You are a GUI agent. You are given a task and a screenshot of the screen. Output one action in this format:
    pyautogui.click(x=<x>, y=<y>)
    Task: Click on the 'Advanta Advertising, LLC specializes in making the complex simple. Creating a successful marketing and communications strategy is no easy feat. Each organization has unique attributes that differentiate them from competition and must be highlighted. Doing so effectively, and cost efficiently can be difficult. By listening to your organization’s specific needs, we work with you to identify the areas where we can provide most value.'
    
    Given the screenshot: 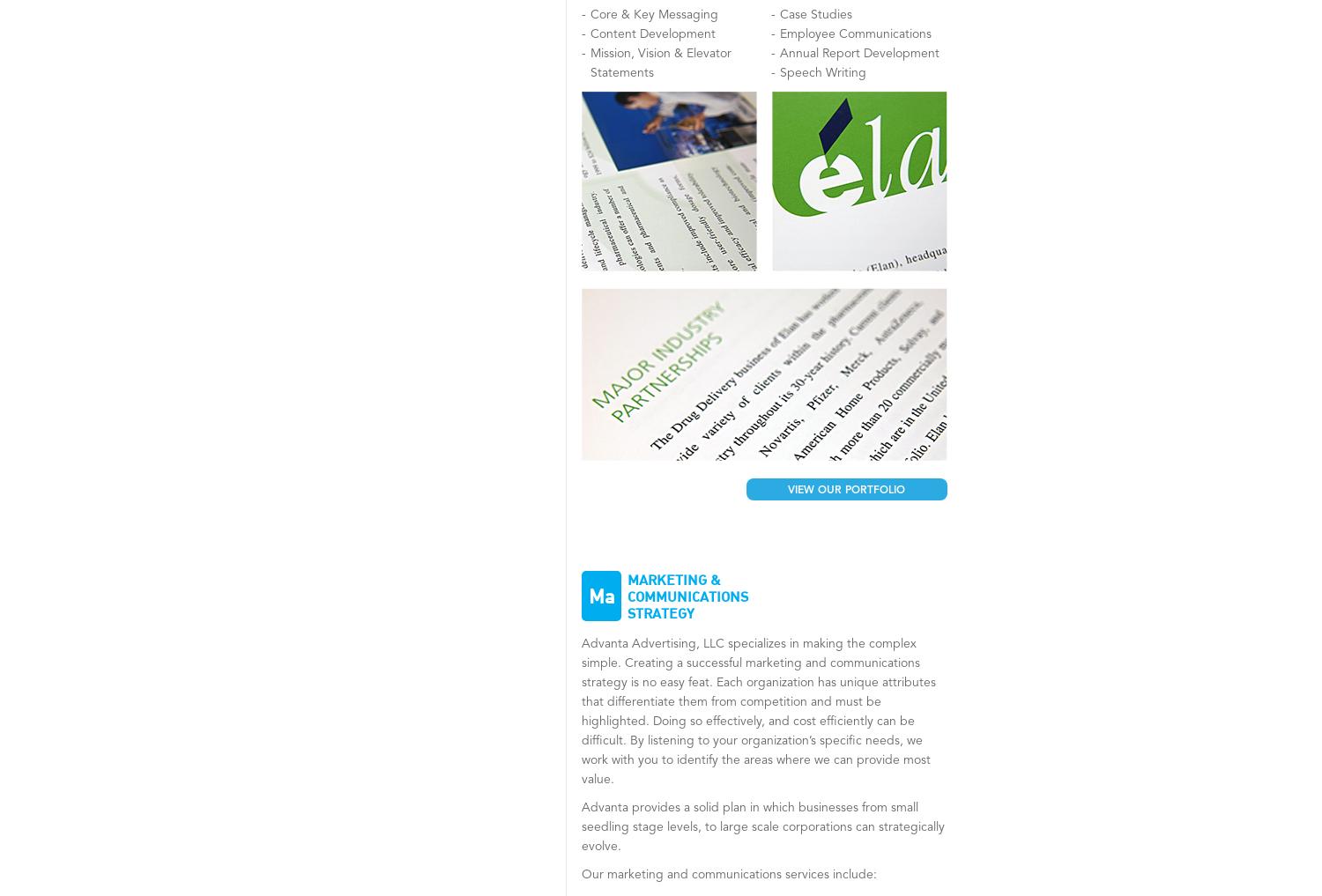 What is the action you would take?
    pyautogui.click(x=582, y=711)
    